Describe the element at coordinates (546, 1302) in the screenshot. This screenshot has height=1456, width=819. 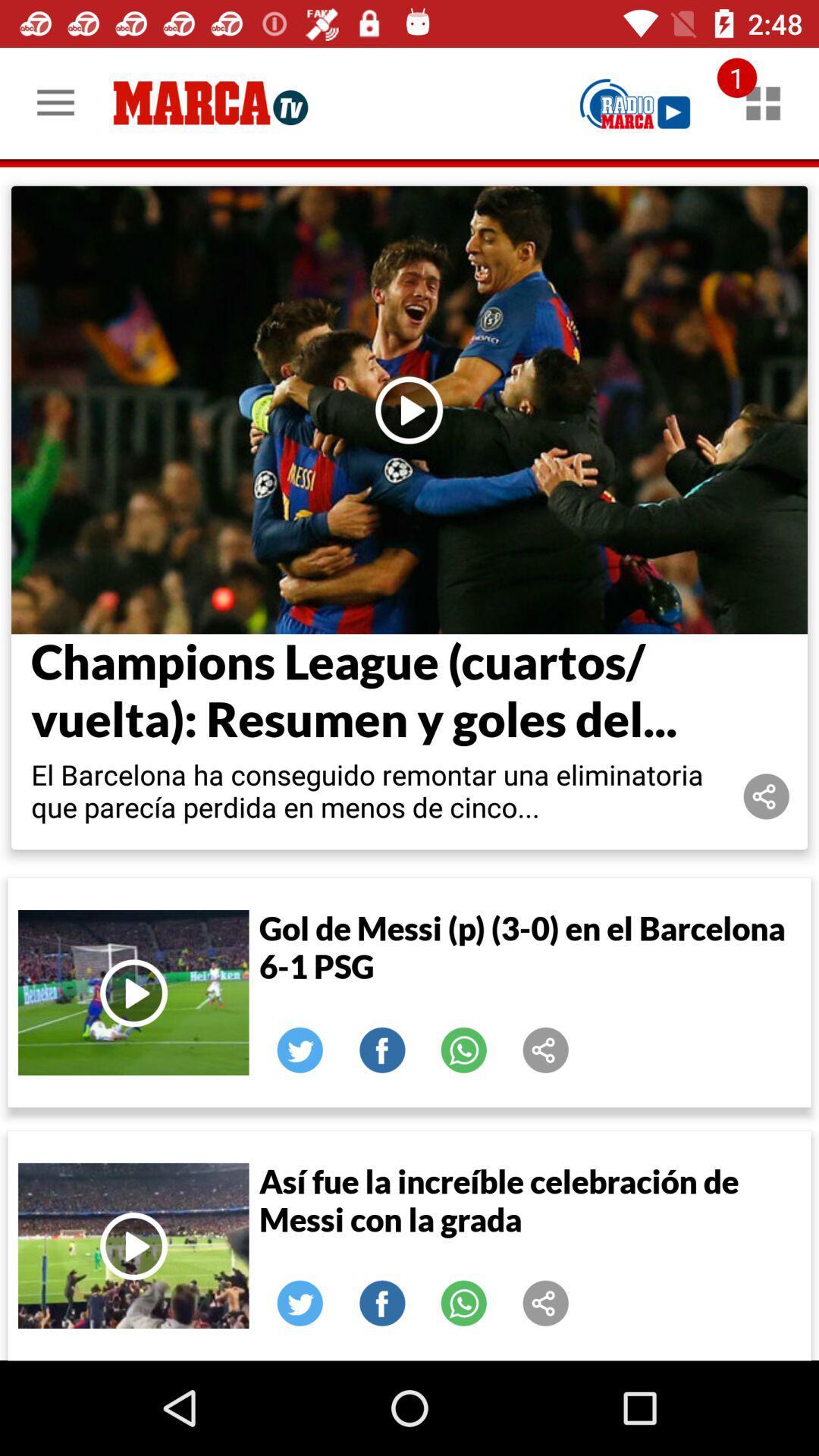
I see `share this clip` at that location.